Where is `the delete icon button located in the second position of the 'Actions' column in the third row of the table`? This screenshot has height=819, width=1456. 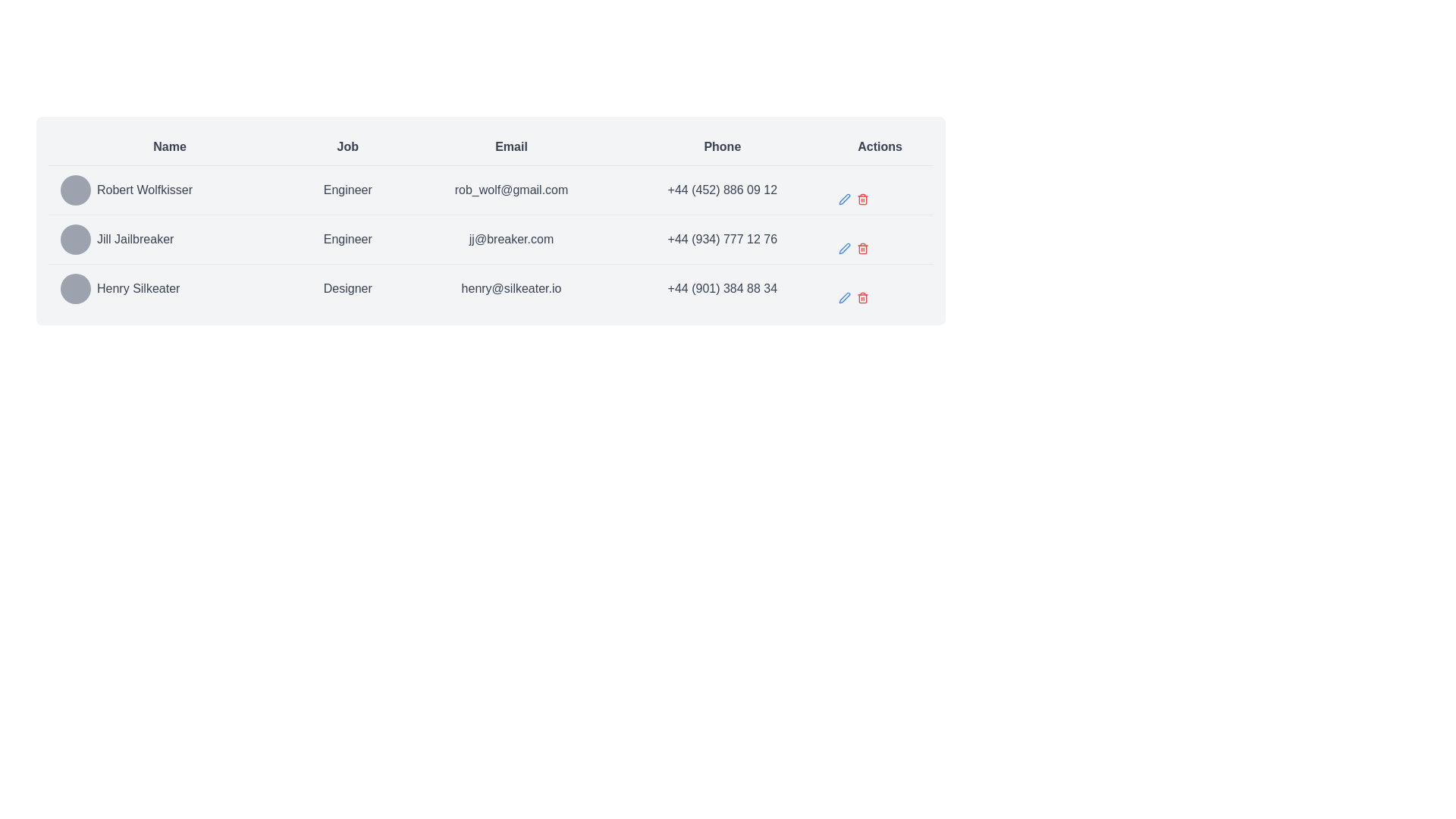 the delete icon button located in the second position of the 'Actions' column in the third row of the table is located at coordinates (862, 298).